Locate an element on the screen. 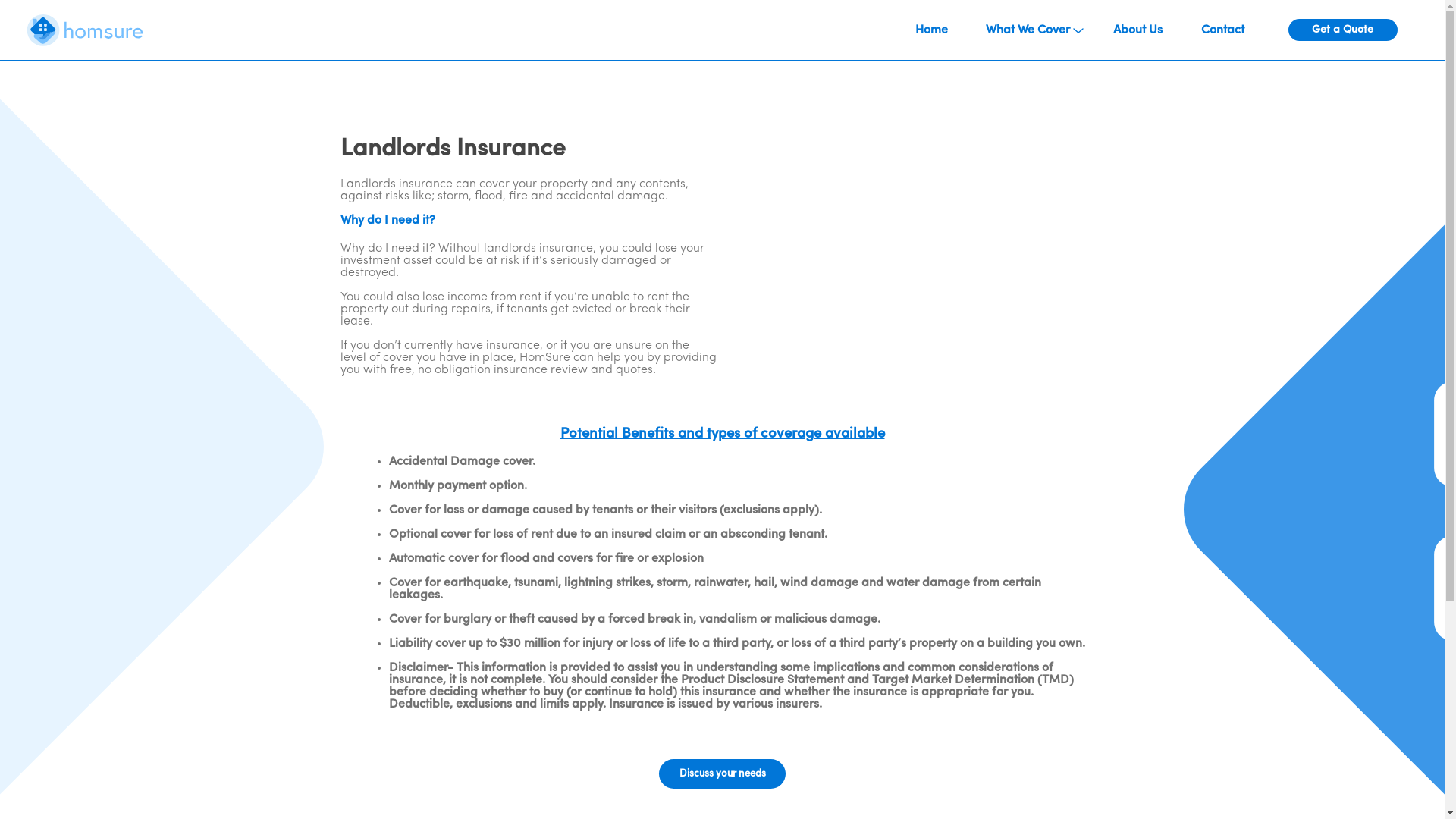  'Discuss your needs' is located at coordinates (721, 773).